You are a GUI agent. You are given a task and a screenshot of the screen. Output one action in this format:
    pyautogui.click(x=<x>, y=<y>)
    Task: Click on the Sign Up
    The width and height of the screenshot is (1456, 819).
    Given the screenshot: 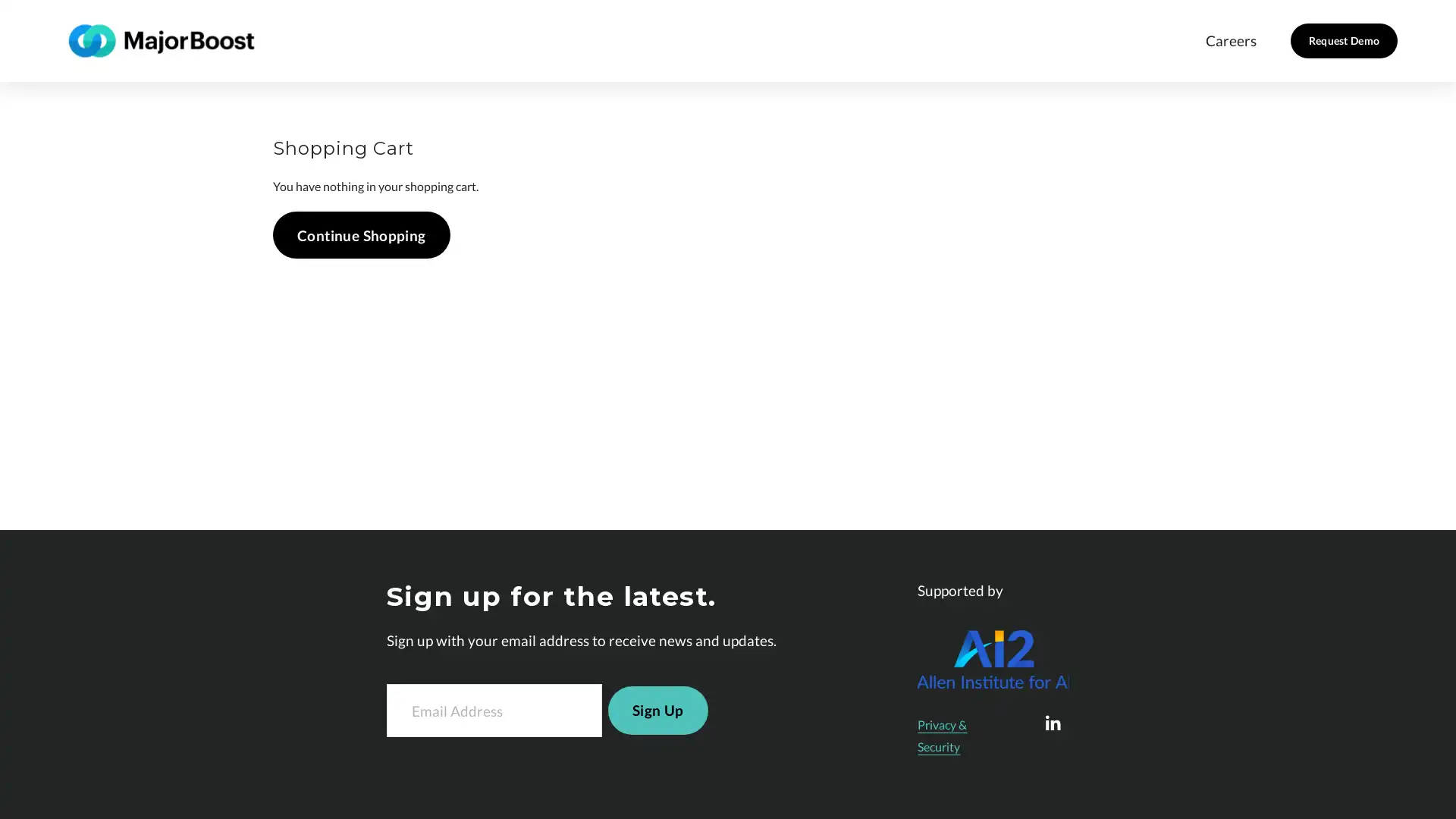 What is the action you would take?
    pyautogui.click(x=657, y=711)
    